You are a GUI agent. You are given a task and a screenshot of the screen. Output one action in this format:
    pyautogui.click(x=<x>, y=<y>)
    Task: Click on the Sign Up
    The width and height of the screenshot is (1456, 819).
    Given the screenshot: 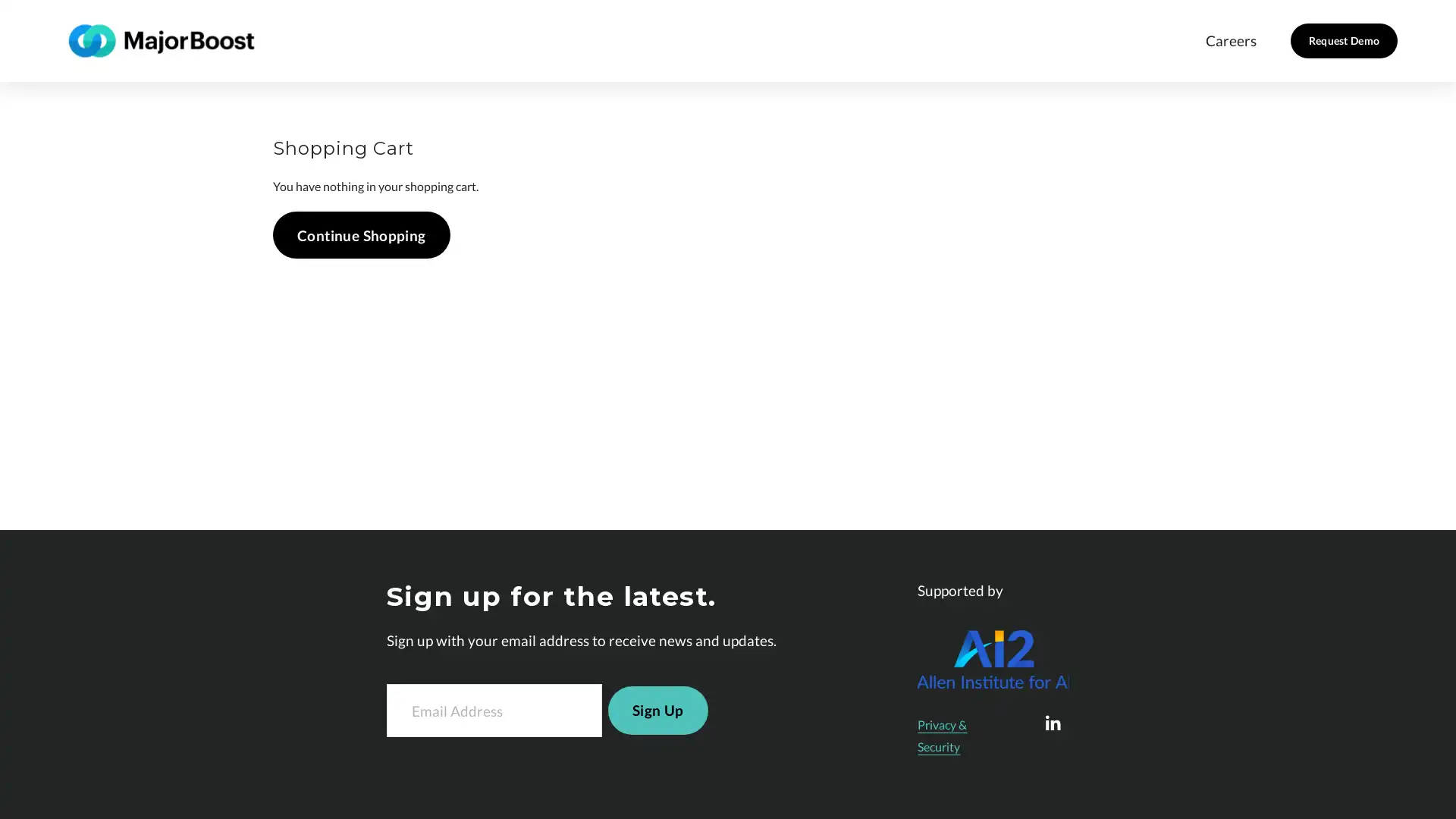 What is the action you would take?
    pyautogui.click(x=657, y=711)
    